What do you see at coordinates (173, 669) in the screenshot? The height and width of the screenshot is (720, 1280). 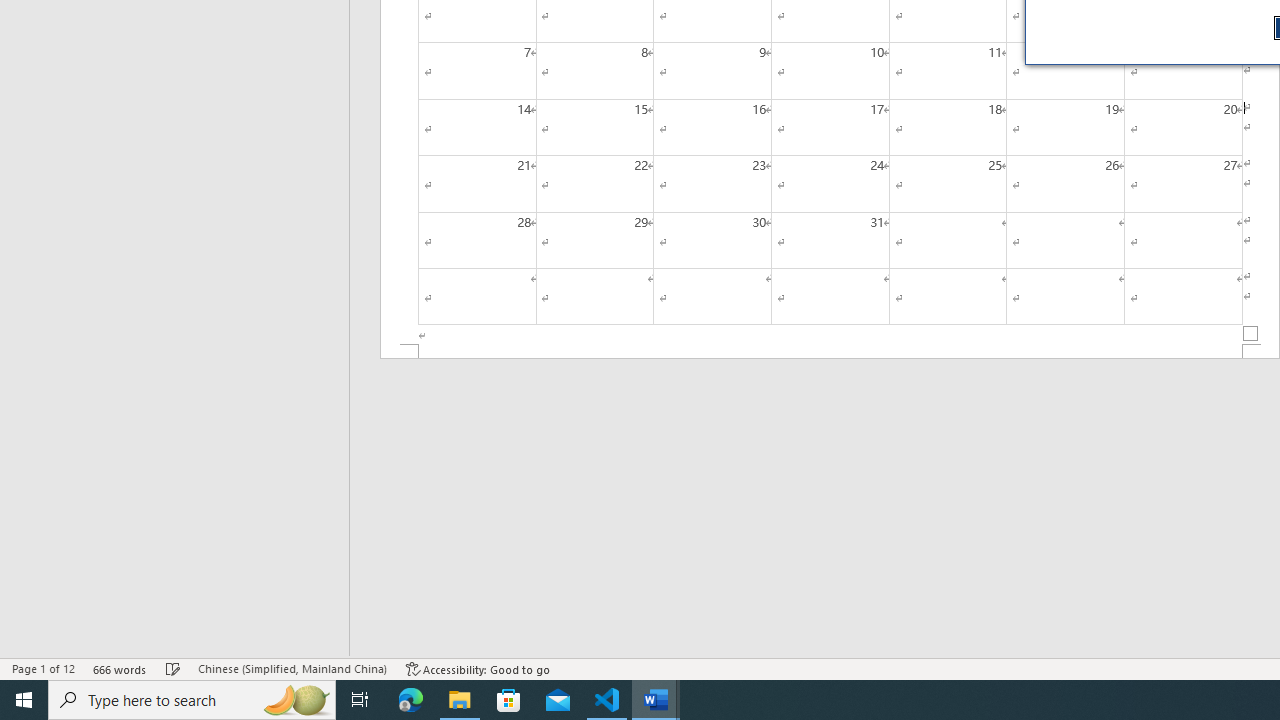 I see `'Spelling and Grammar Check Checking'` at bounding box center [173, 669].